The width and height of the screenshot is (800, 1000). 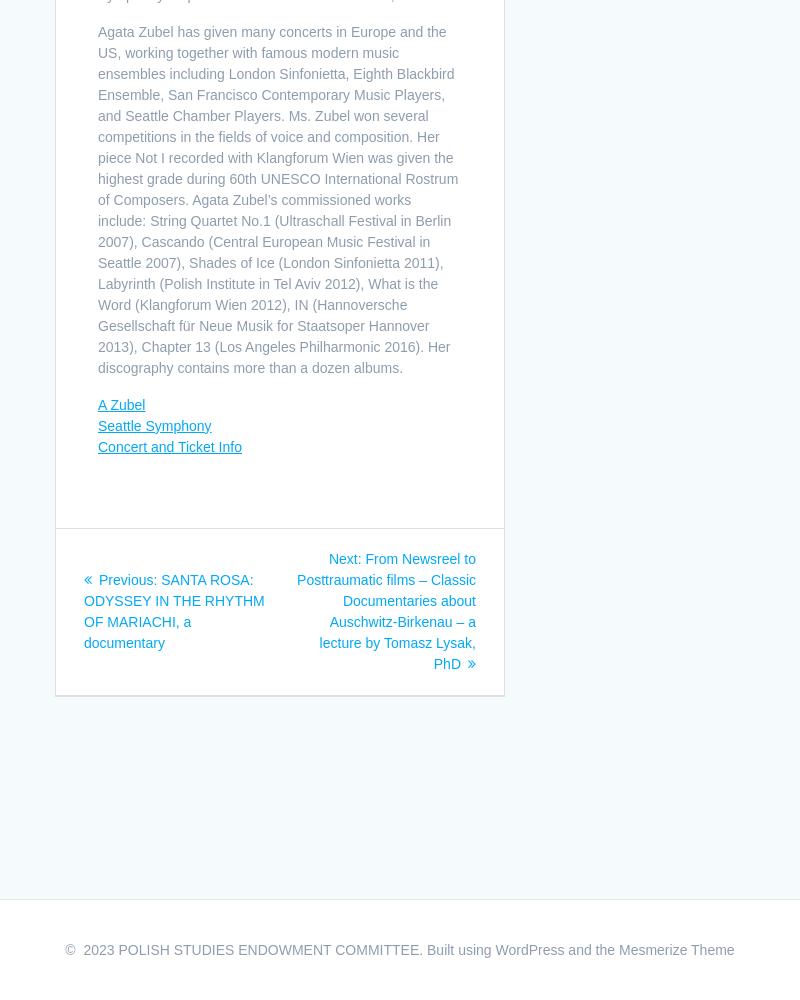 What do you see at coordinates (173, 609) in the screenshot?
I see `'SANTA ROSA: ODYSSEY IN THE RHYTHM OF MARIACHI, a documentary'` at bounding box center [173, 609].